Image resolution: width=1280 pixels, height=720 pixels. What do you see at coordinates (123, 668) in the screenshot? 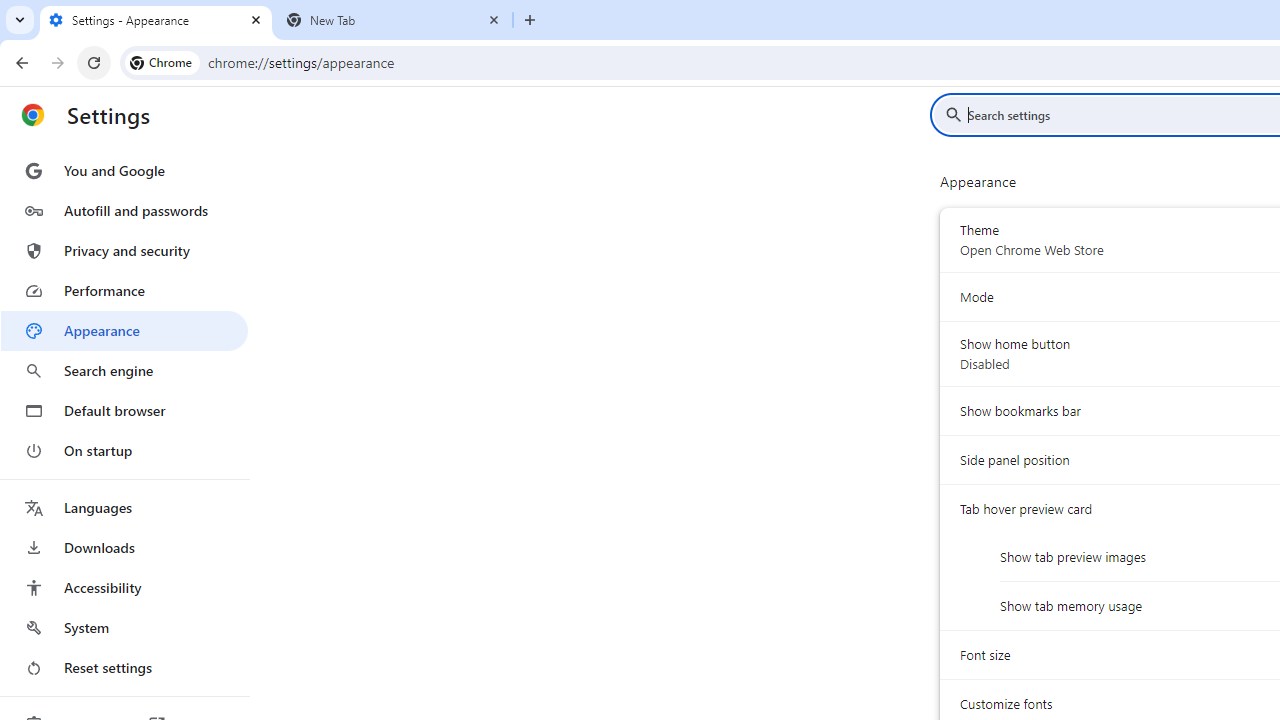
I see `'Reset settings'` at bounding box center [123, 668].